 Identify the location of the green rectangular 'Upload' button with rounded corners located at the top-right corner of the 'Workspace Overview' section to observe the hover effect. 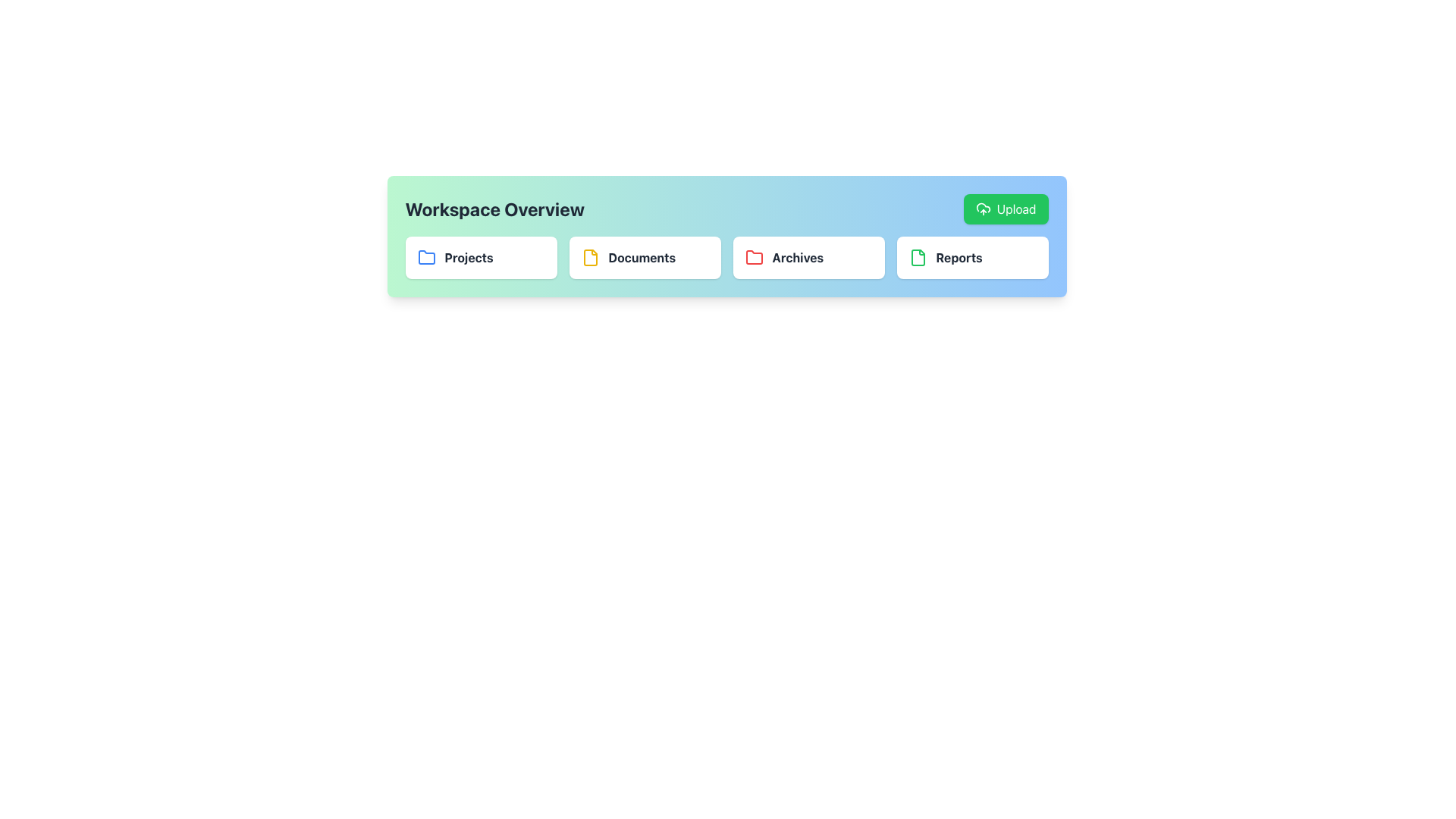
(1006, 209).